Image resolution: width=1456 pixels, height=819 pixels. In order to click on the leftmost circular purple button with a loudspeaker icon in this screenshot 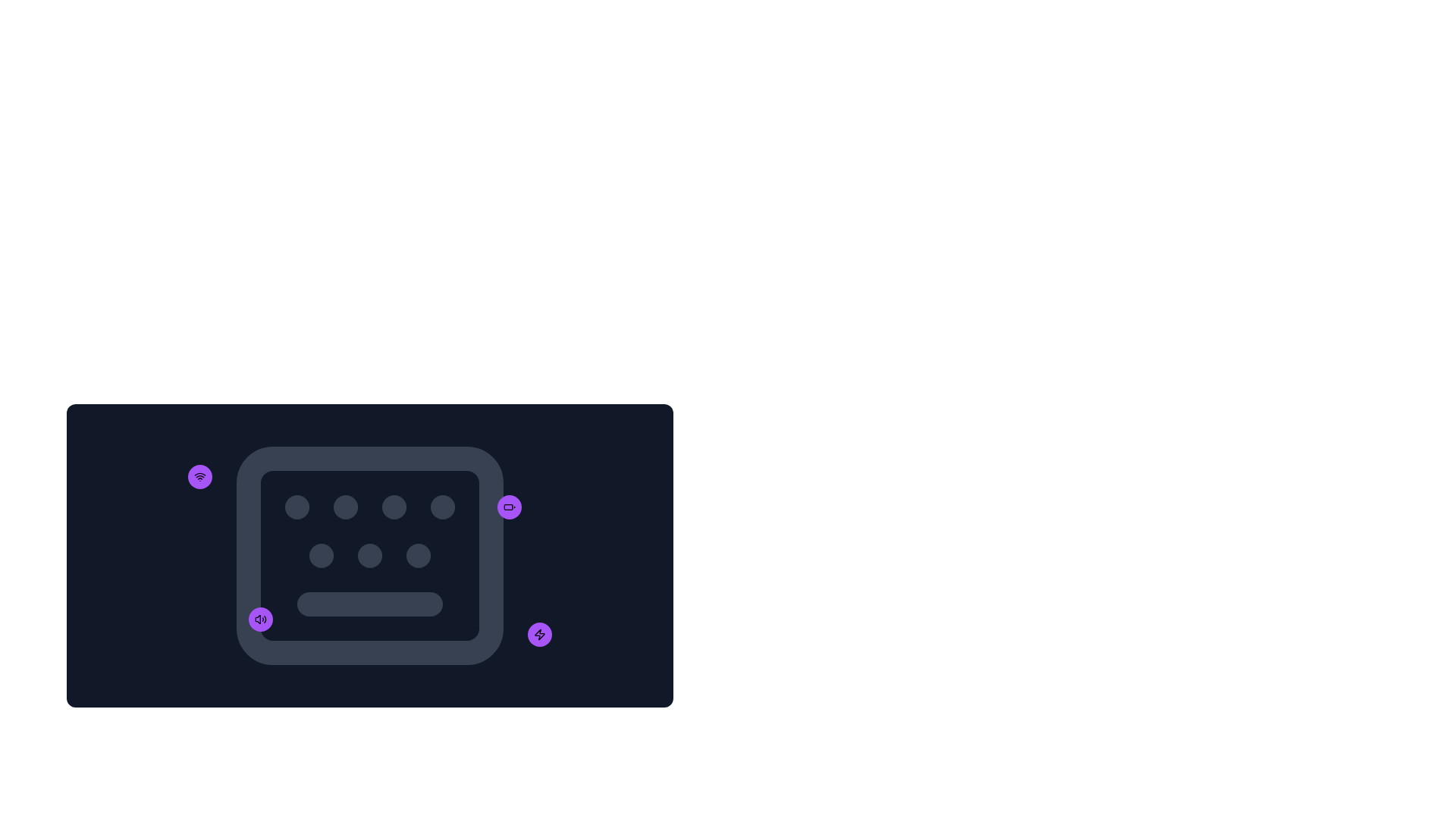, I will do `click(261, 620)`.